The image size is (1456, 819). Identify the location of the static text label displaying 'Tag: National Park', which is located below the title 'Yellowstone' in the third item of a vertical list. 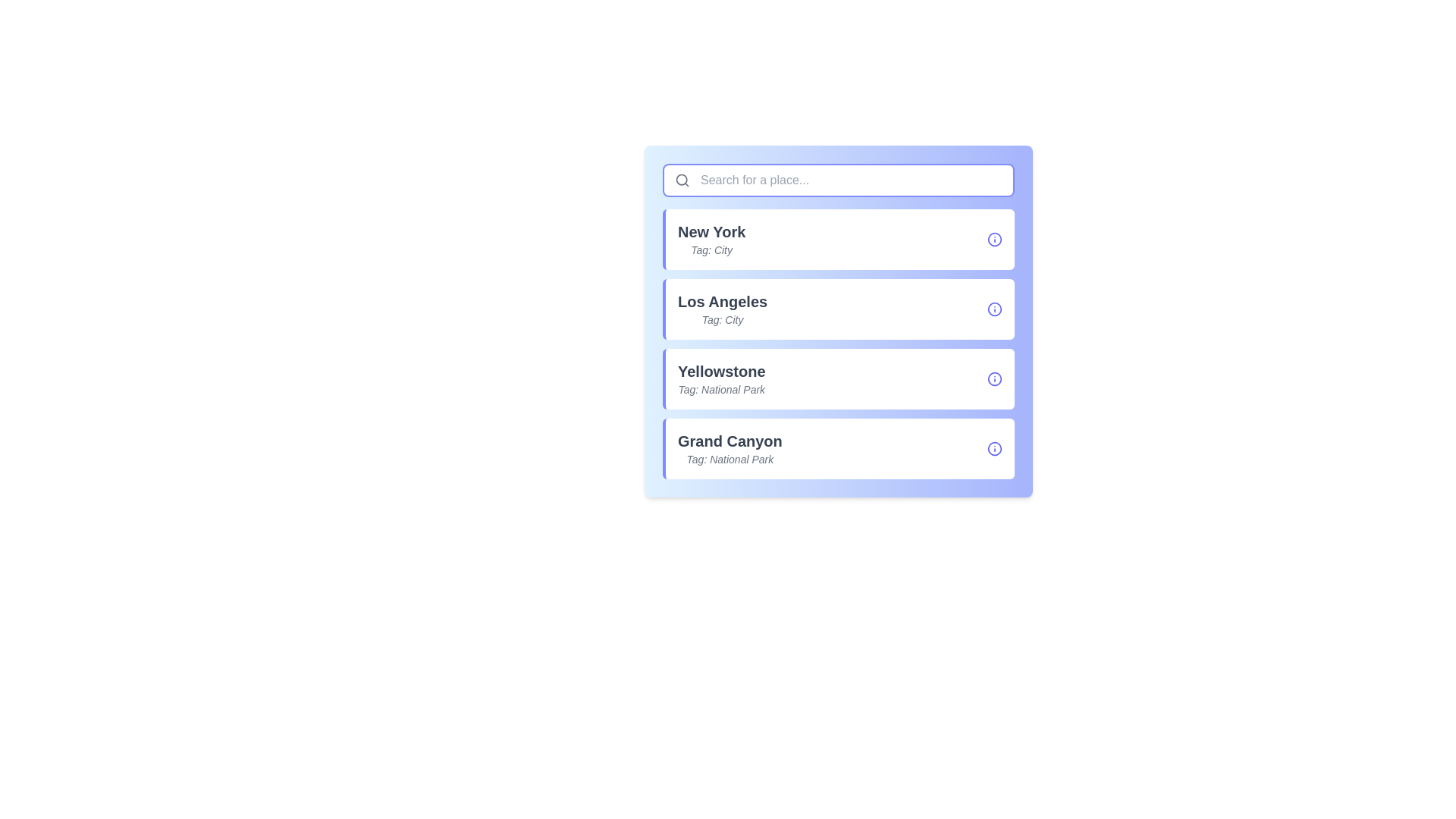
(720, 388).